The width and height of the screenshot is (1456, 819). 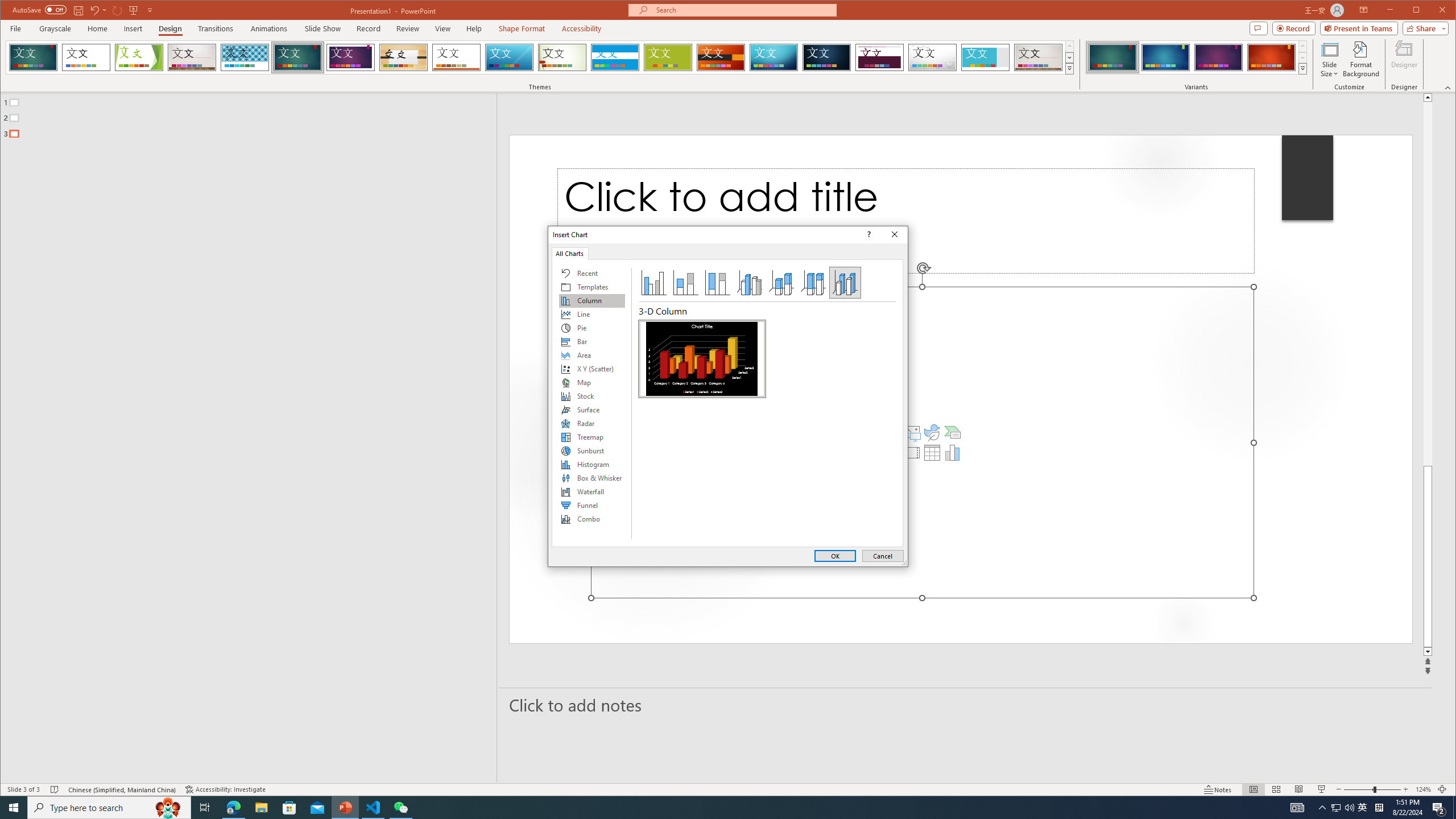 What do you see at coordinates (591, 477) in the screenshot?
I see `'Box & Whisker'` at bounding box center [591, 477].